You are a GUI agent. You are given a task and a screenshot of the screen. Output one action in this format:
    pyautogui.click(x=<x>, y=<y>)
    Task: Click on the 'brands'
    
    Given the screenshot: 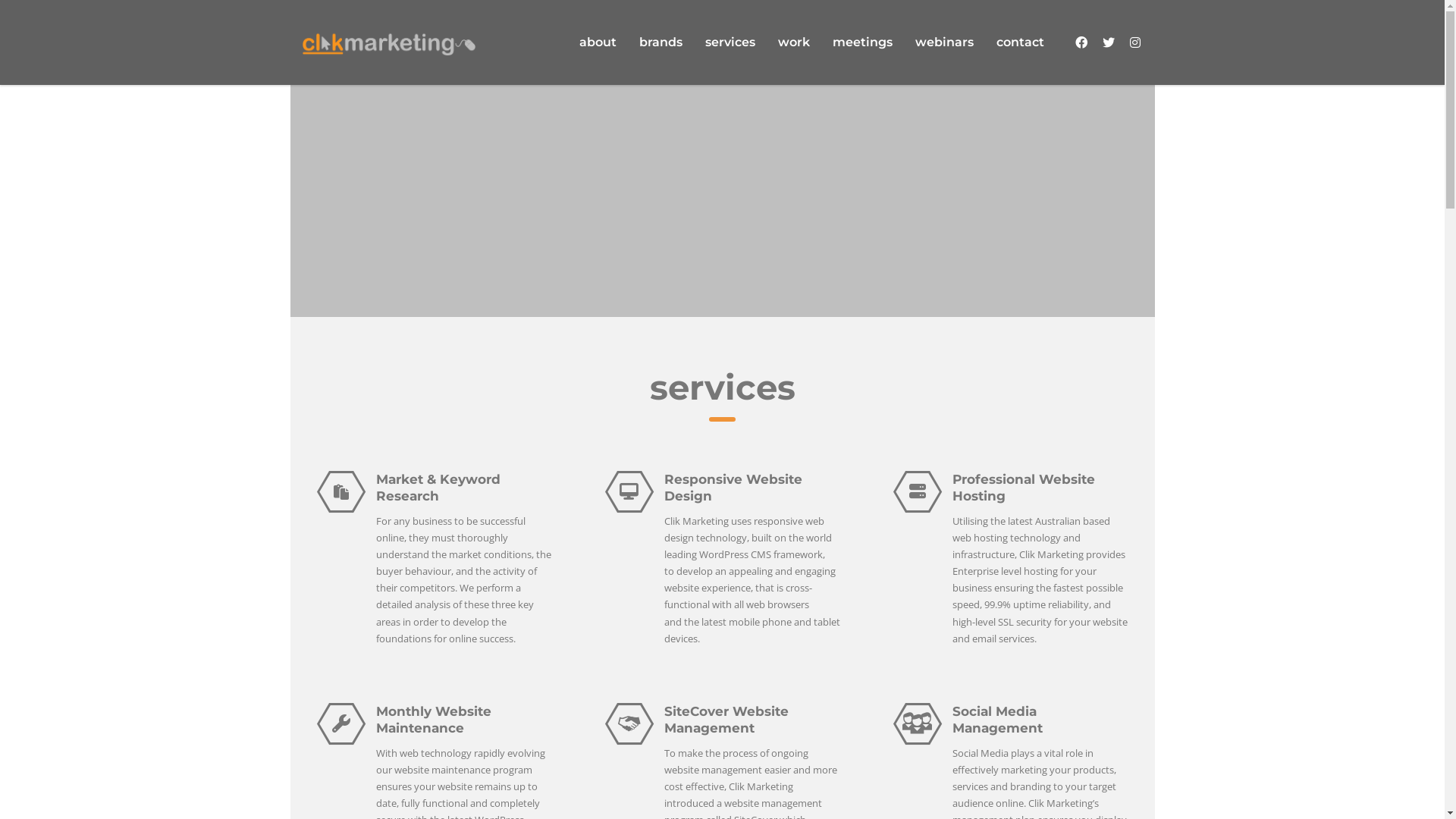 What is the action you would take?
    pyautogui.click(x=661, y=42)
    